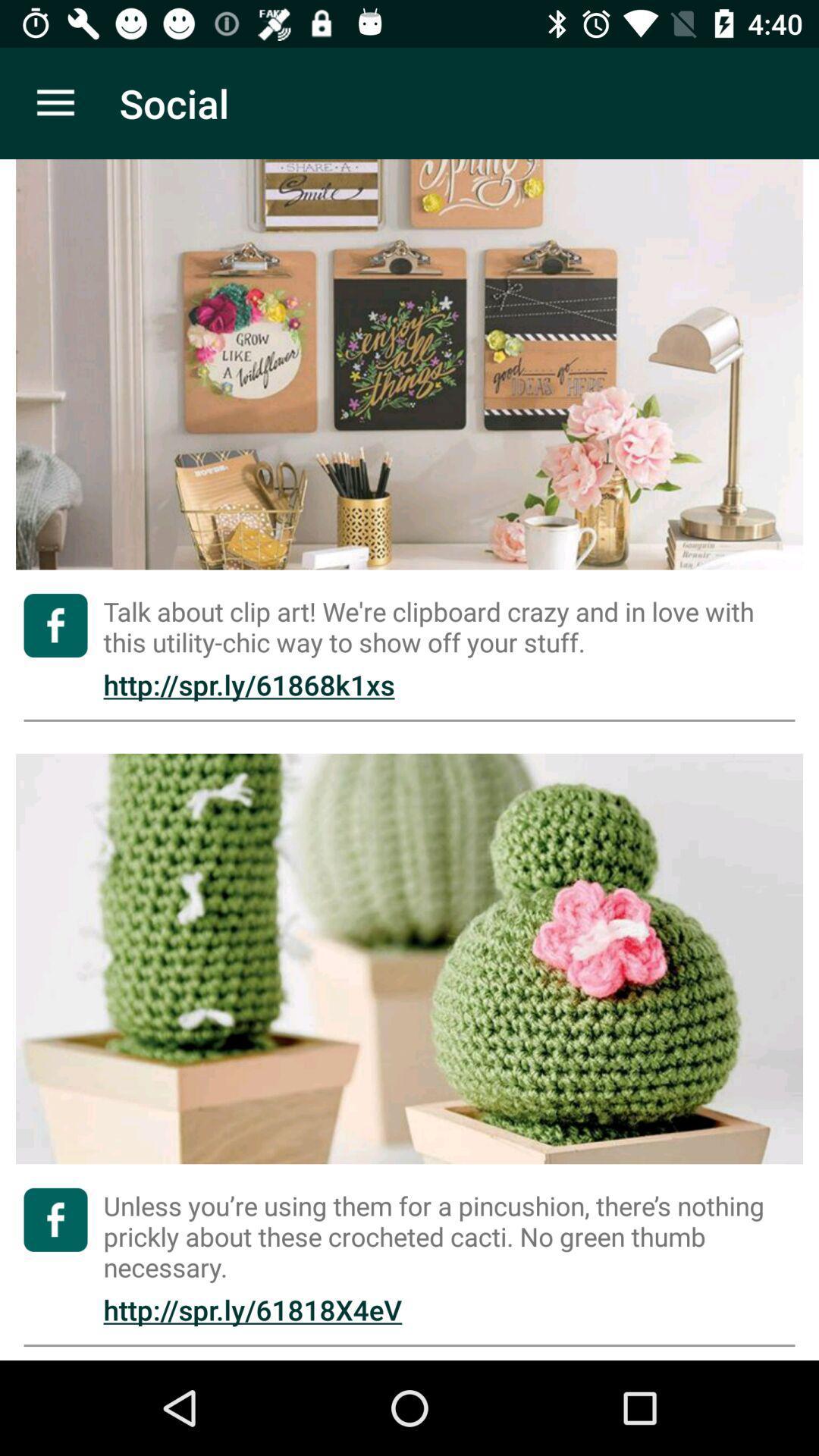 The width and height of the screenshot is (819, 1456). Describe the element at coordinates (55, 102) in the screenshot. I see `the item next to the social app` at that location.